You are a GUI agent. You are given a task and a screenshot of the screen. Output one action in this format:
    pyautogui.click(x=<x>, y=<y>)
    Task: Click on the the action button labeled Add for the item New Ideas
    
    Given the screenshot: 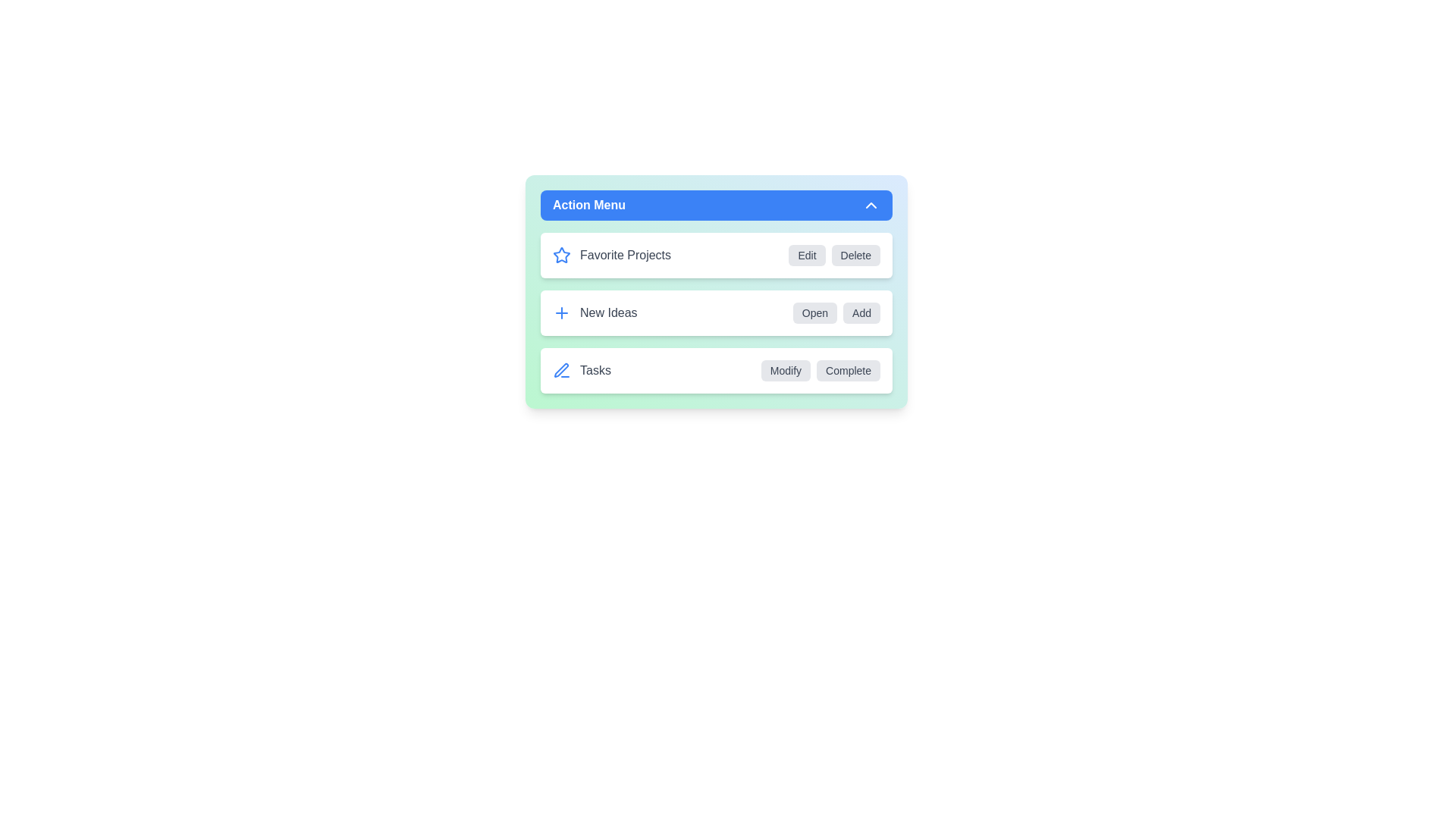 What is the action you would take?
    pyautogui.click(x=861, y=312)
    